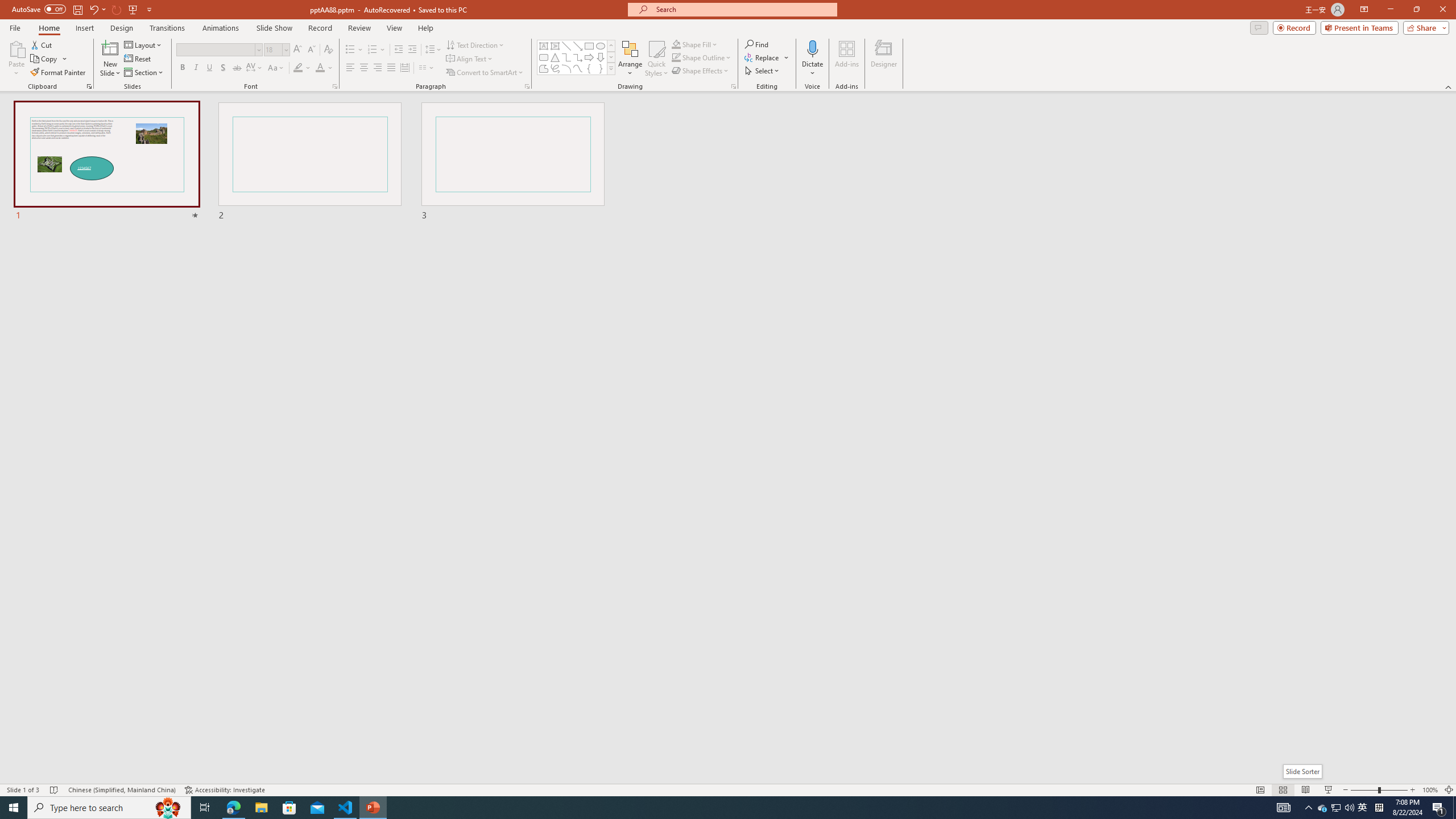  What do you see at coordinates (676, 56) in the screenshot?
I see `'Shape Outline Teal, Accent 1'` at bounding box center [676, 56].